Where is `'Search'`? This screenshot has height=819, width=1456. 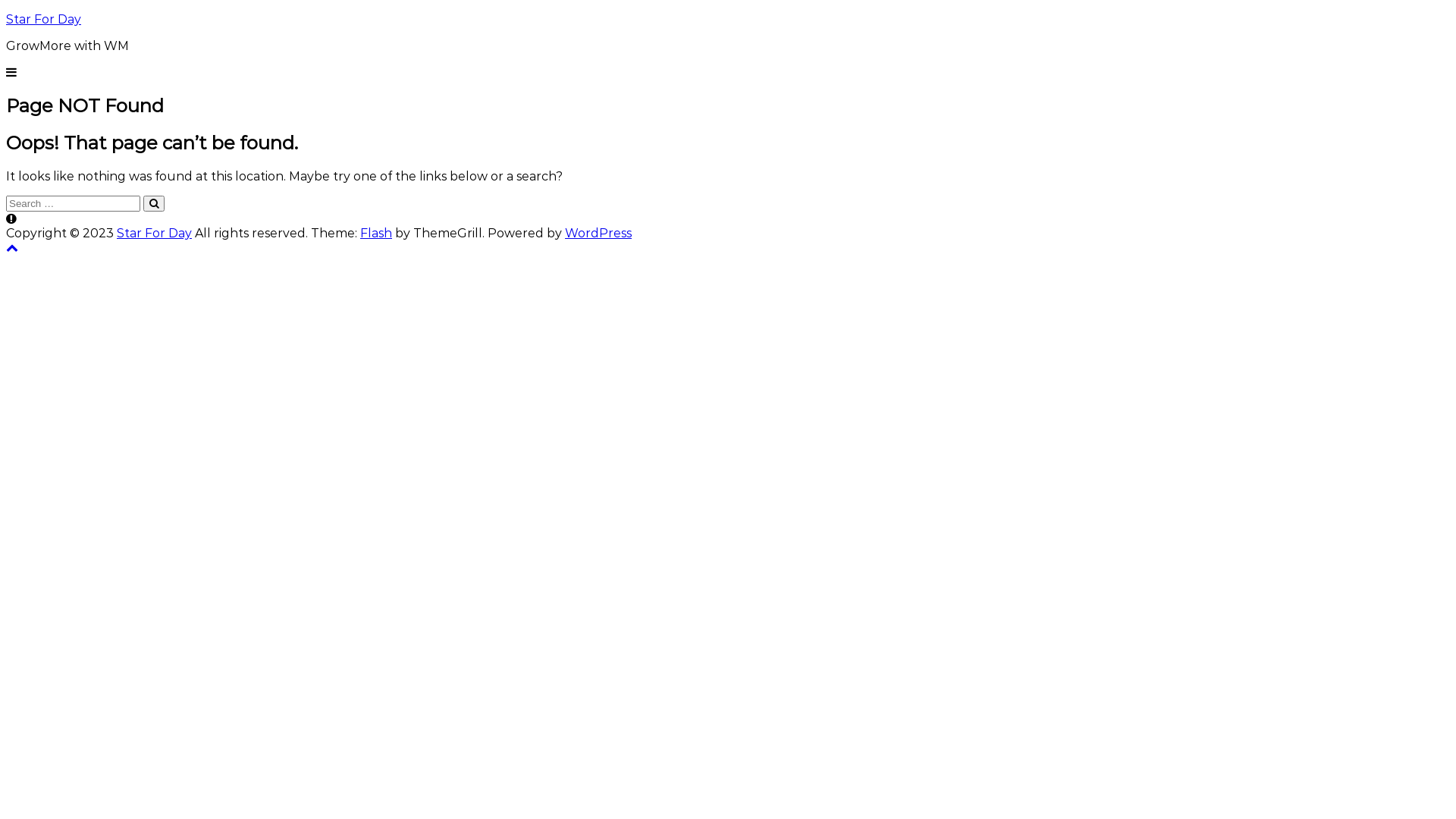 'Search' is located at coordinates (153, 202).